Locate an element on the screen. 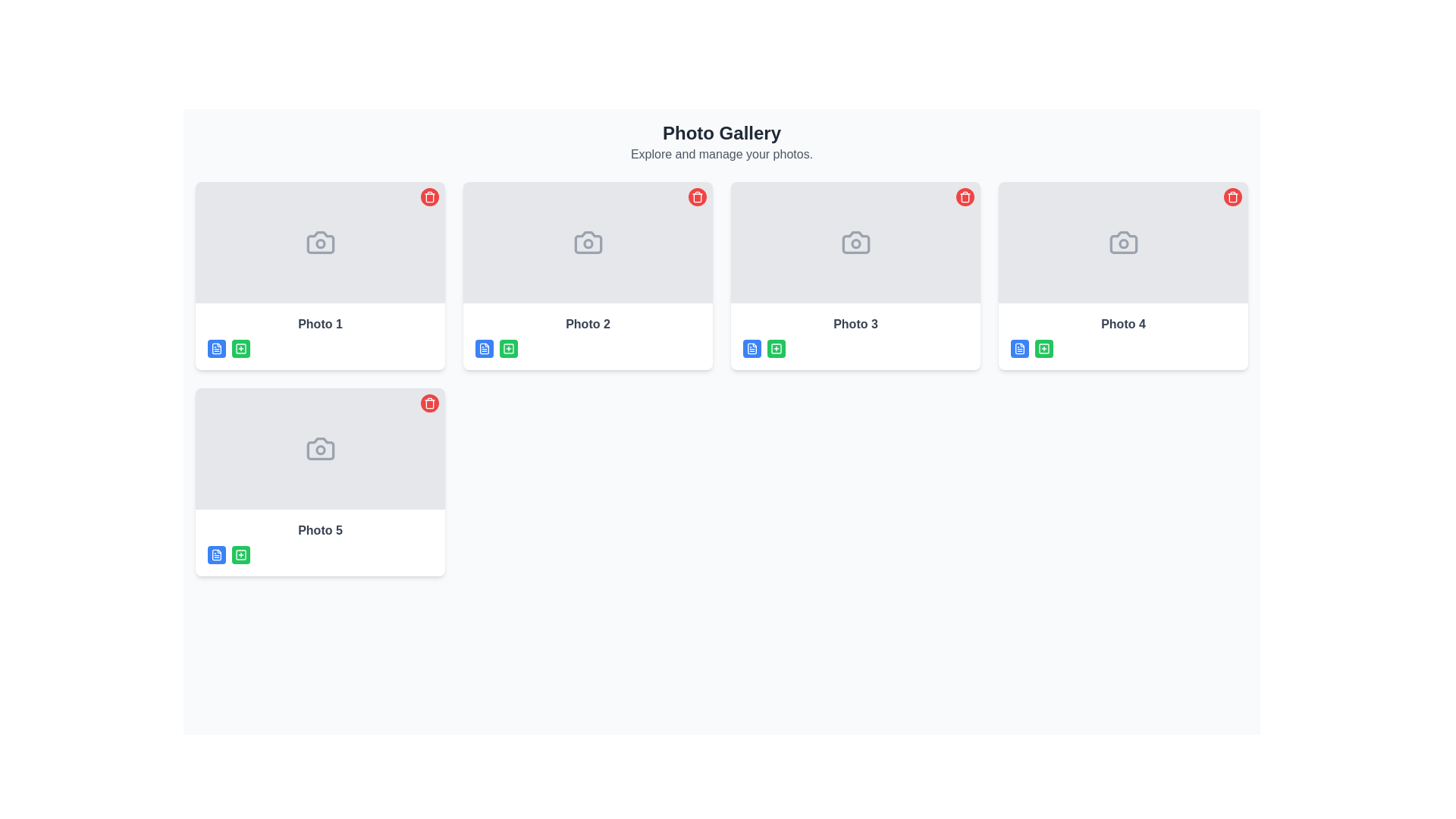 The image size is (1456, 819). the second button with an icon located under the fourth photo thumbnail labeled 'Photo 4' is located at coordinates (1043, 348).